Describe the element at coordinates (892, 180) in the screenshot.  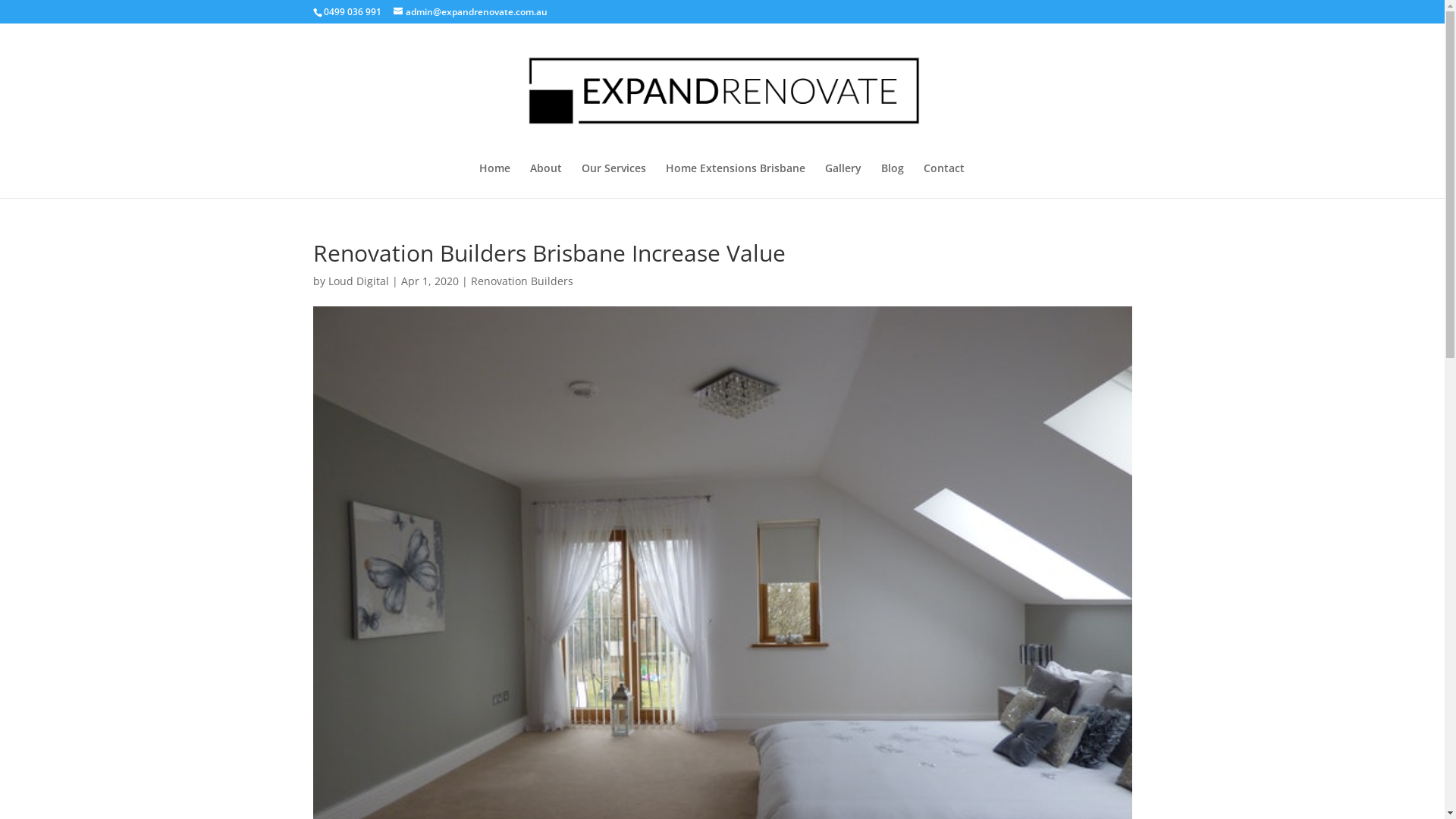
I see `'Blog'` at that location.